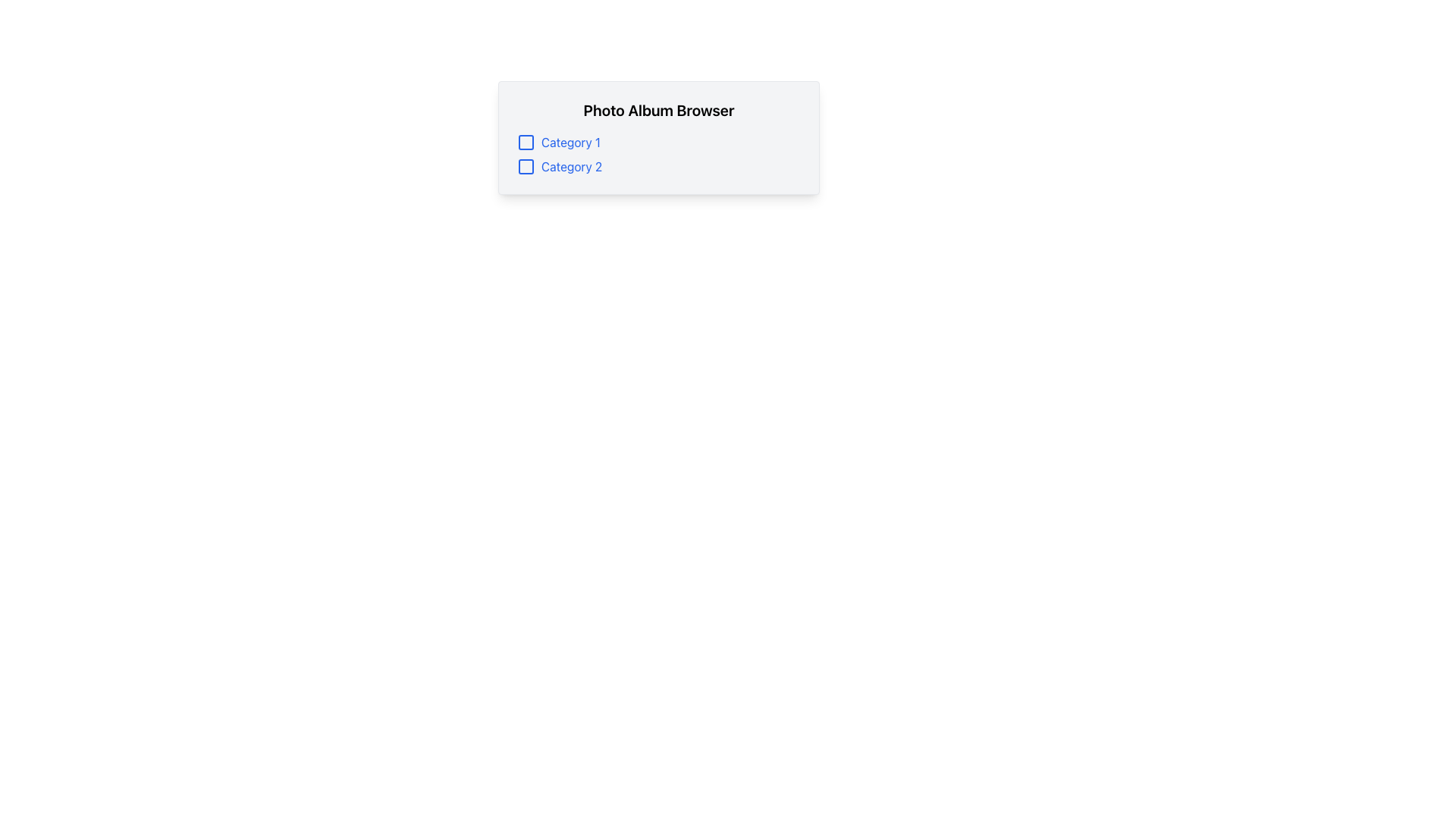 This screenshot has height=819, width=1456. Describe the element at coordinates (526, 166) in the screenshot. I see `the square checkbox with a rounded border located adjacent to the text 'Category 2'` at that location.